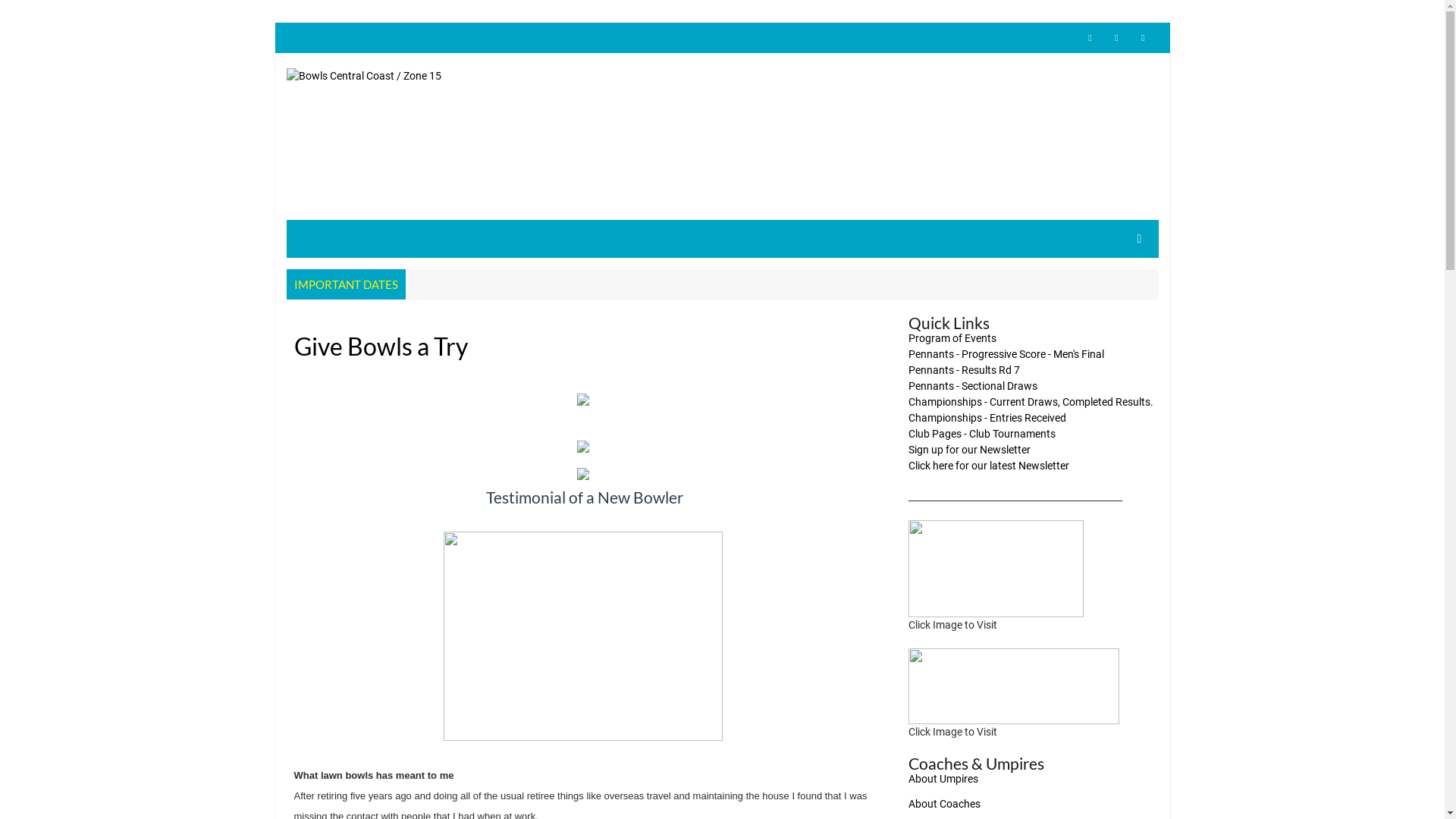 The height and width of the screenshot is (819, 1456). Describe the element at coordinates (989, 464) in the screenshot. I see `'Click here for our latest Newsletter'` at that location.